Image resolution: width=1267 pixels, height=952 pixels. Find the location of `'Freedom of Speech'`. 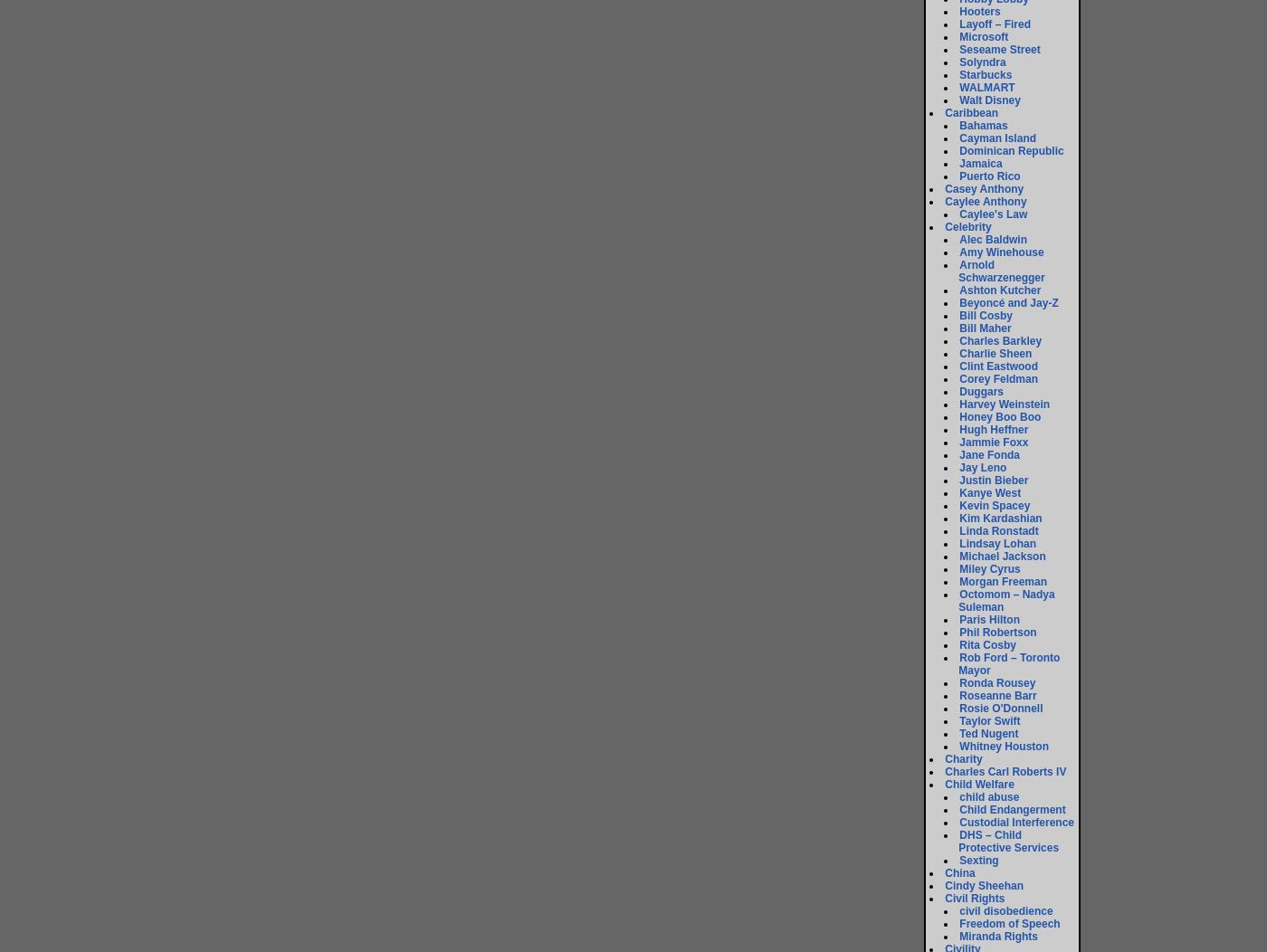

'Freedom of Speech' is located at coordinates (1009, 922).